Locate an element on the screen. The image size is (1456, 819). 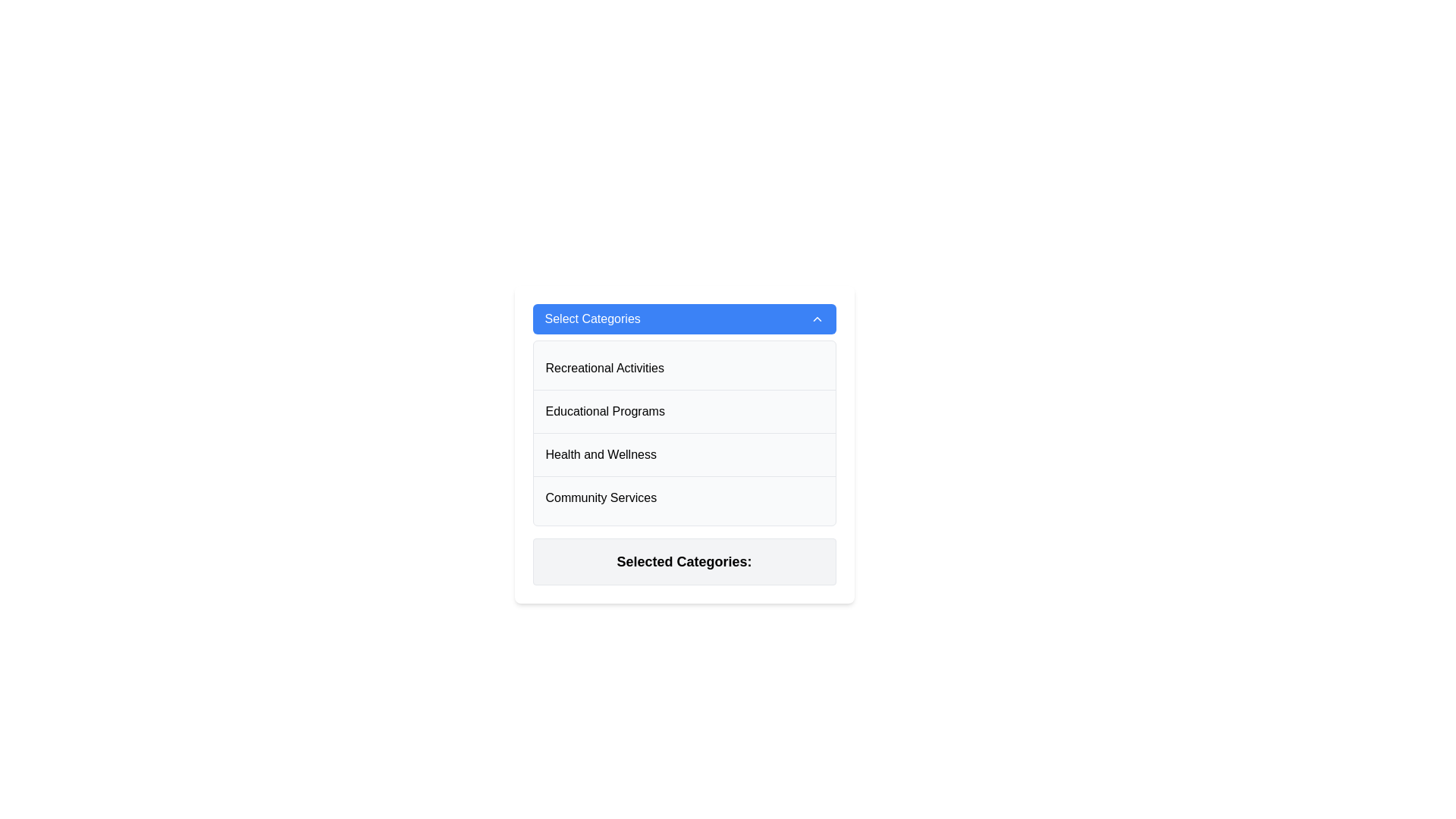
the label with the text 'Selected Categories:' which is located at the bottom of the dropdown interface, styled with a light gray background and rounded corners is located at coordinates (683, 561).